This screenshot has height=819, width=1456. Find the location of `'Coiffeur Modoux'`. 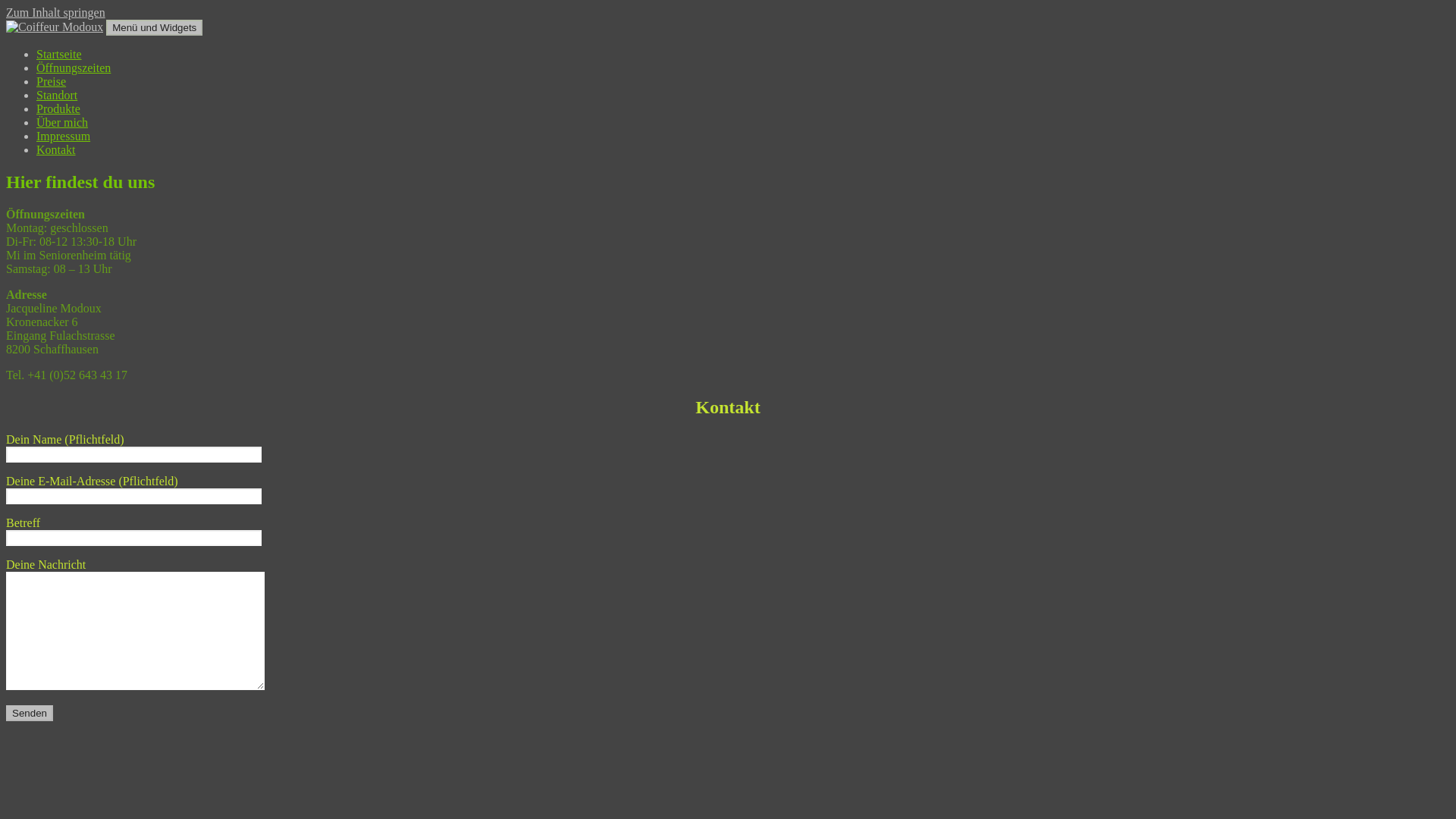

'Coiffeur Modoux' is located at coordinates (48, 53).